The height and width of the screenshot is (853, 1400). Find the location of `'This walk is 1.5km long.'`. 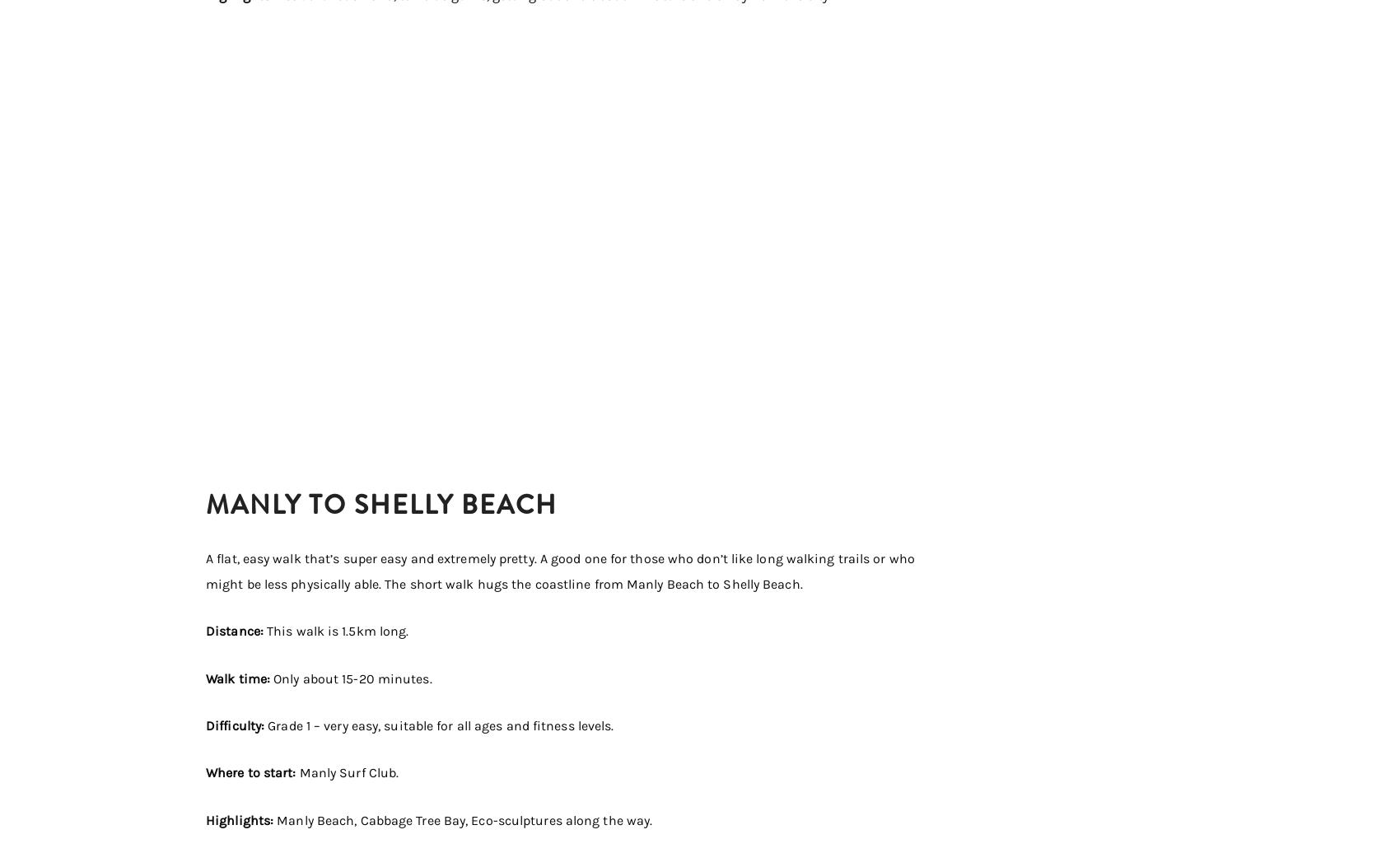

'This walk is 1.5km long.' is located at coordinates (266, 631).